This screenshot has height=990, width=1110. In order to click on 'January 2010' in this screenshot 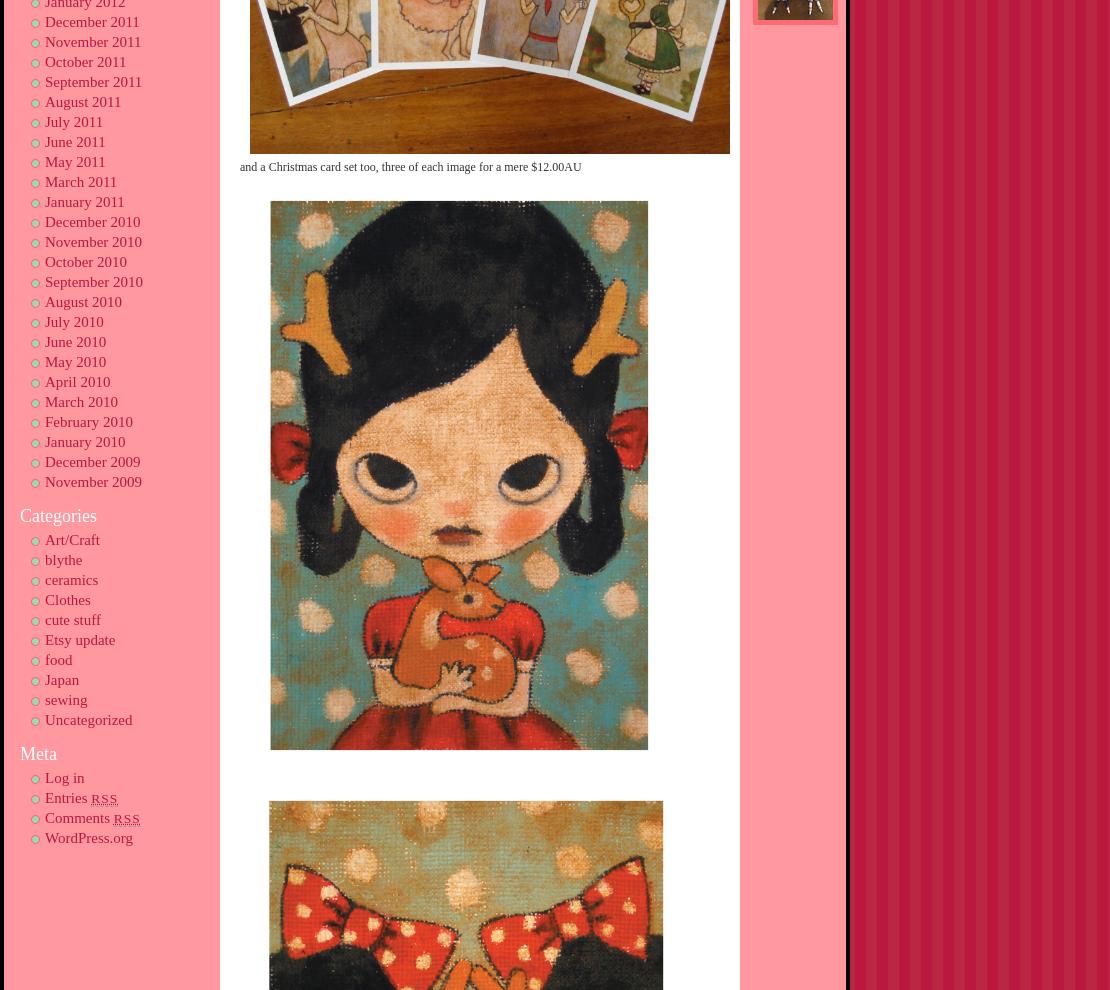, I will do `click(84, 441)`.